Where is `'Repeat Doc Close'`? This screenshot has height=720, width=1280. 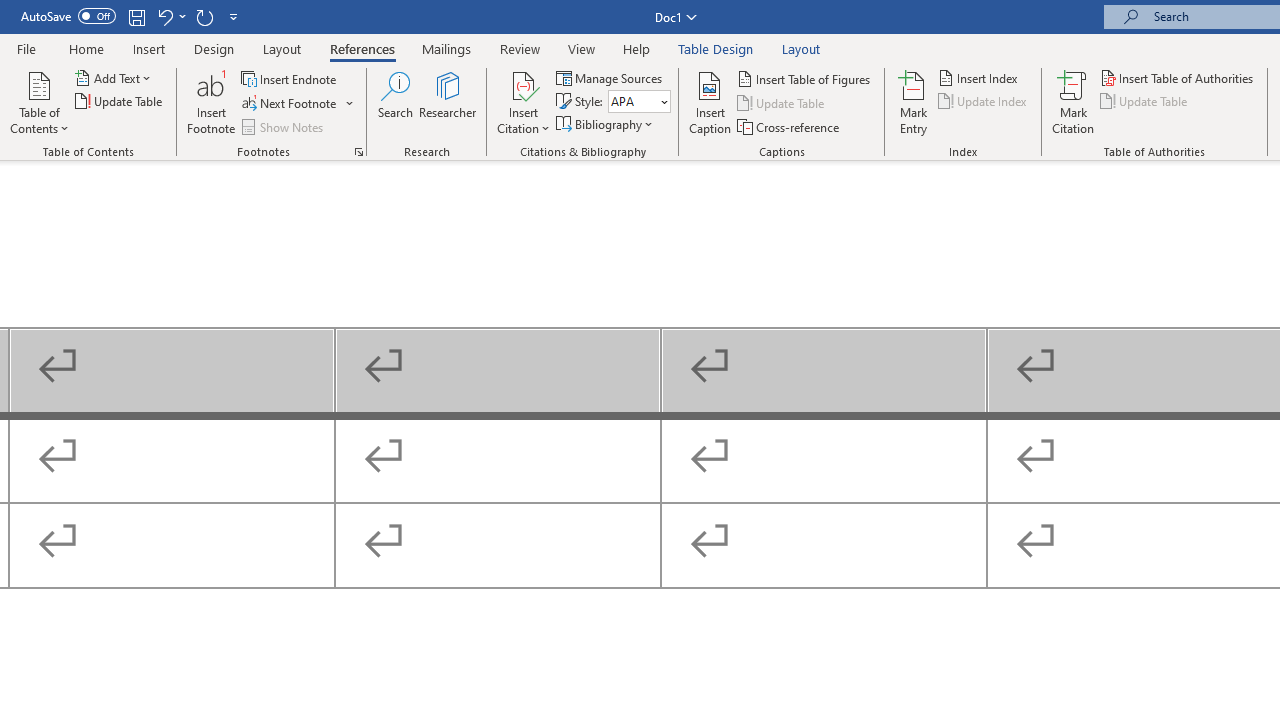
'Repeat Doc Close' is located at coordinates (204, 16).